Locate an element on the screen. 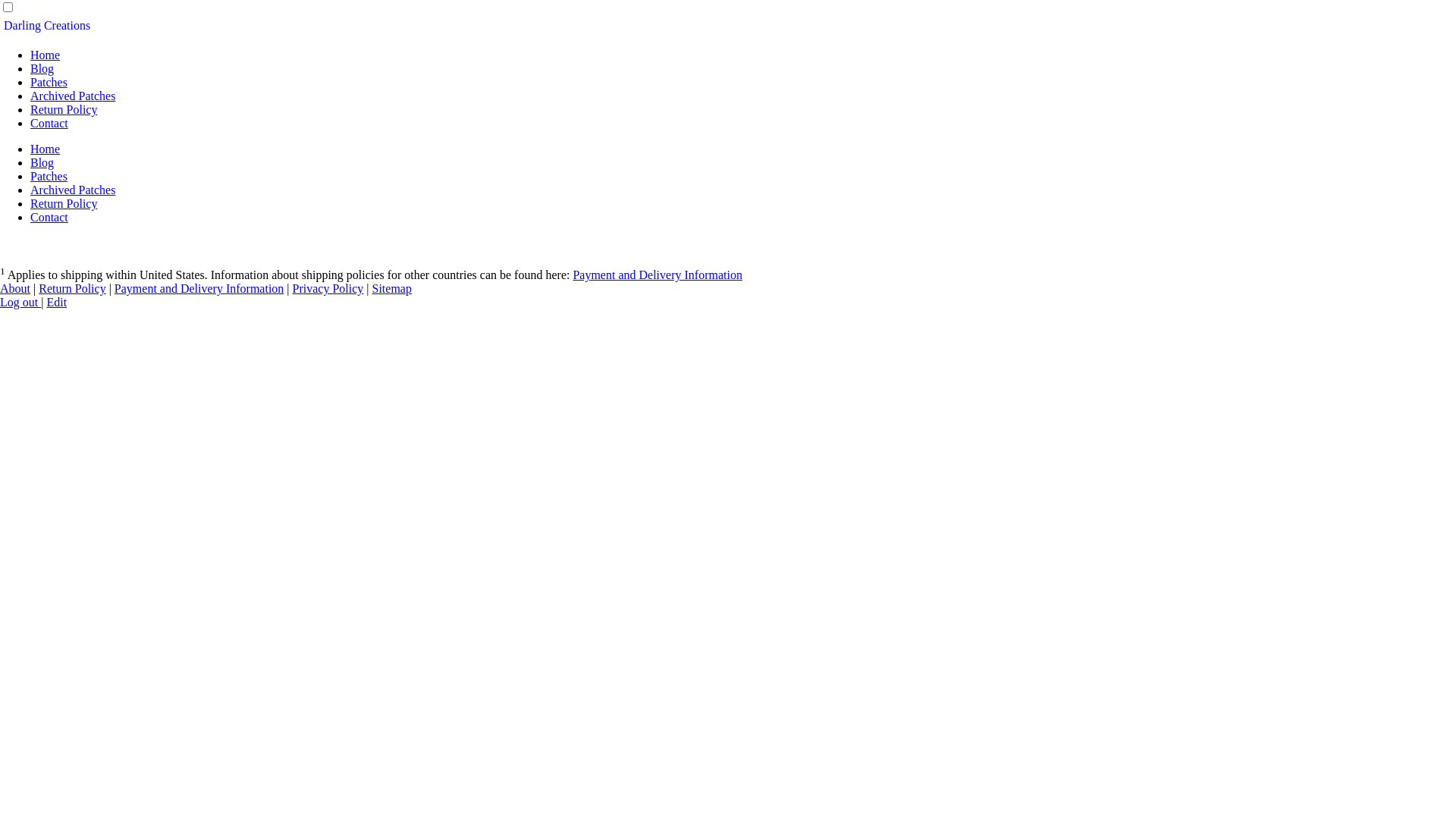 Image resolution: width=1456 pixels, height=819 pixels. 'Home' is located at coordinates (30, 149).